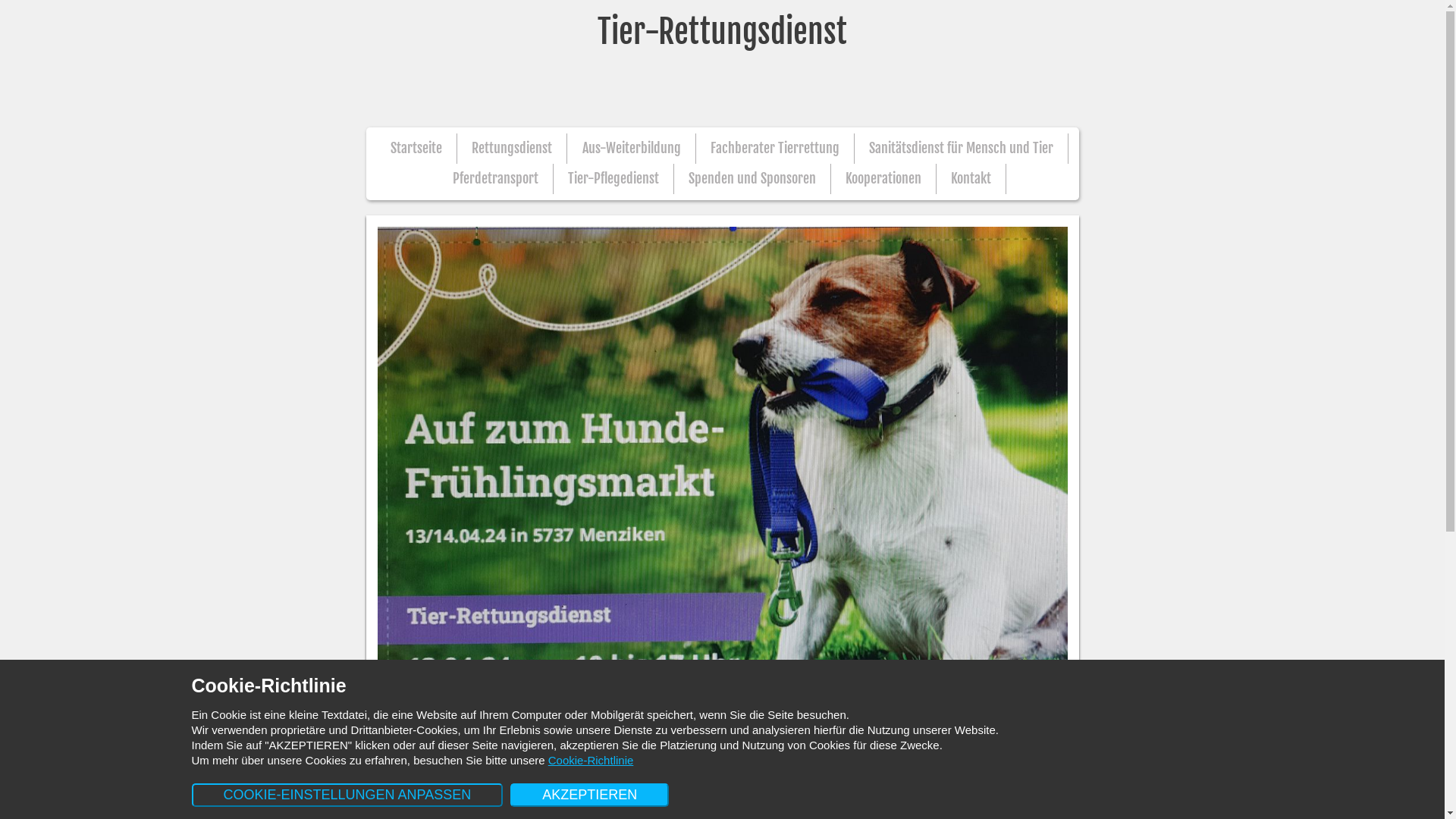 Image resolution: width=1456 pixels, height=819 pixels. What do you see at coordinates (495, 177) in the screenshot?
I see `'Pferdetransport'` at bounding box center [495, 177].